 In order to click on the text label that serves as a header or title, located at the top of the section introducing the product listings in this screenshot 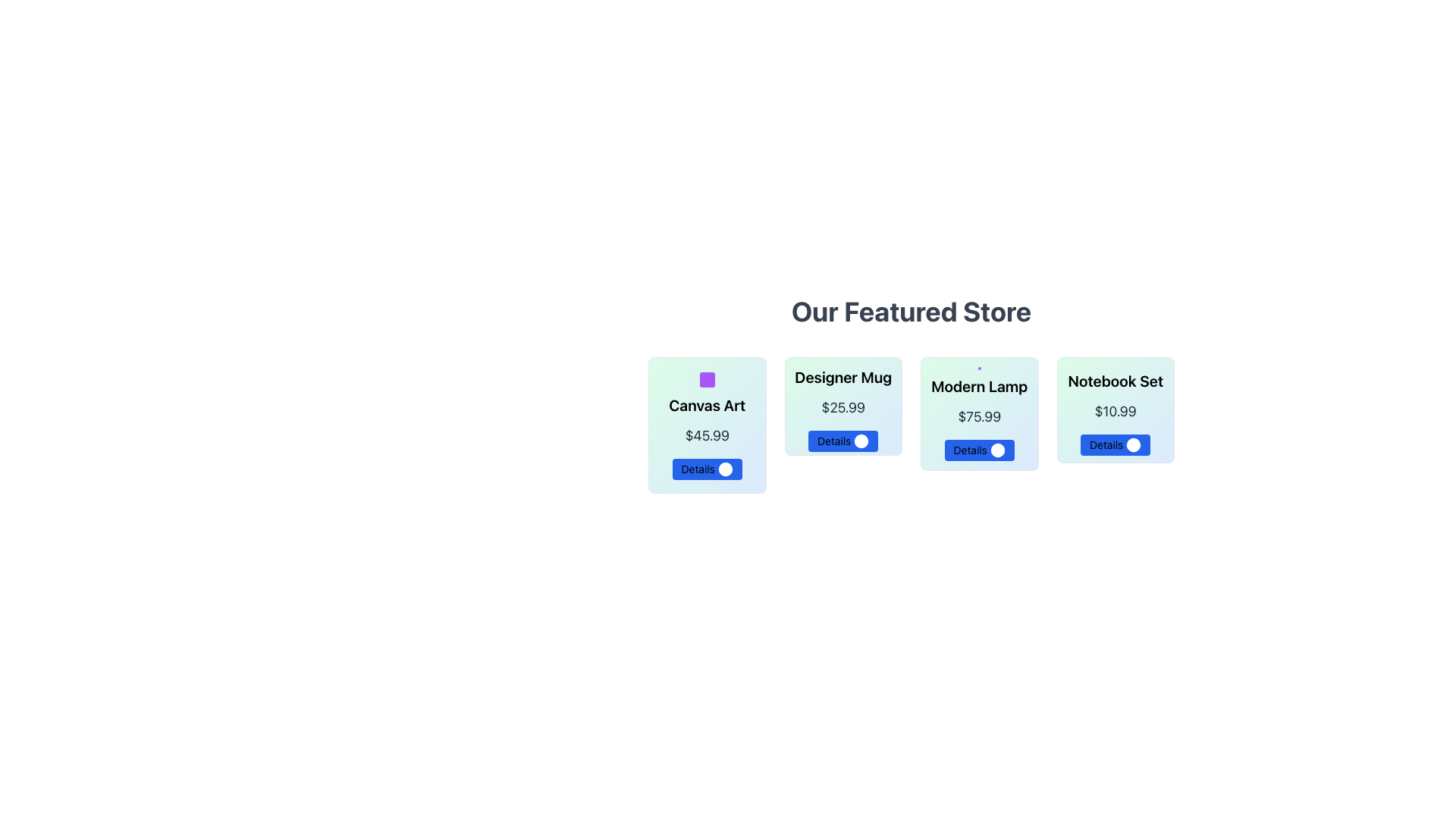, I will do `click(910, 311)`.